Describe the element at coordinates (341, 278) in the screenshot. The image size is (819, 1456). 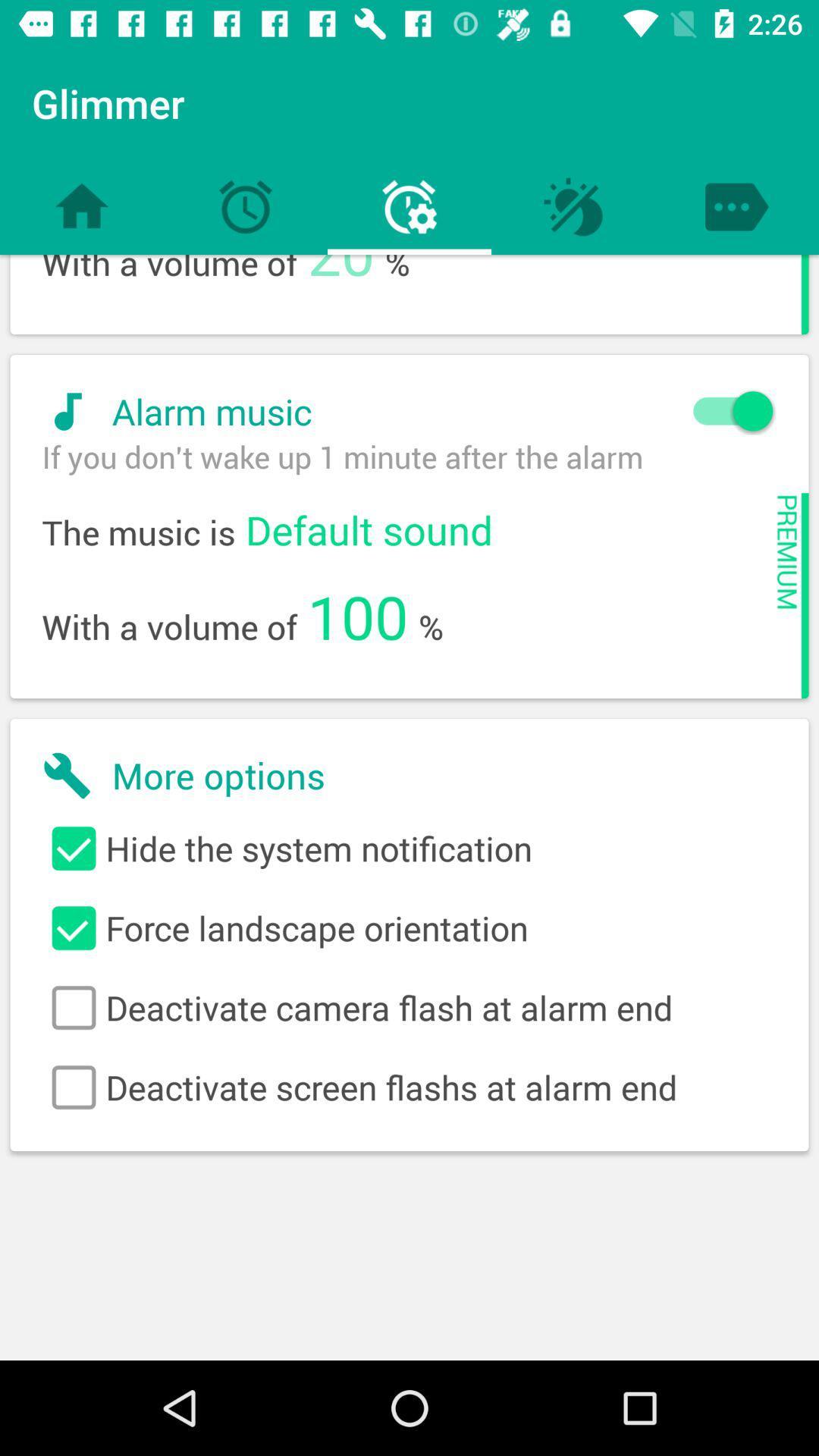
I see `the 20` at that location.